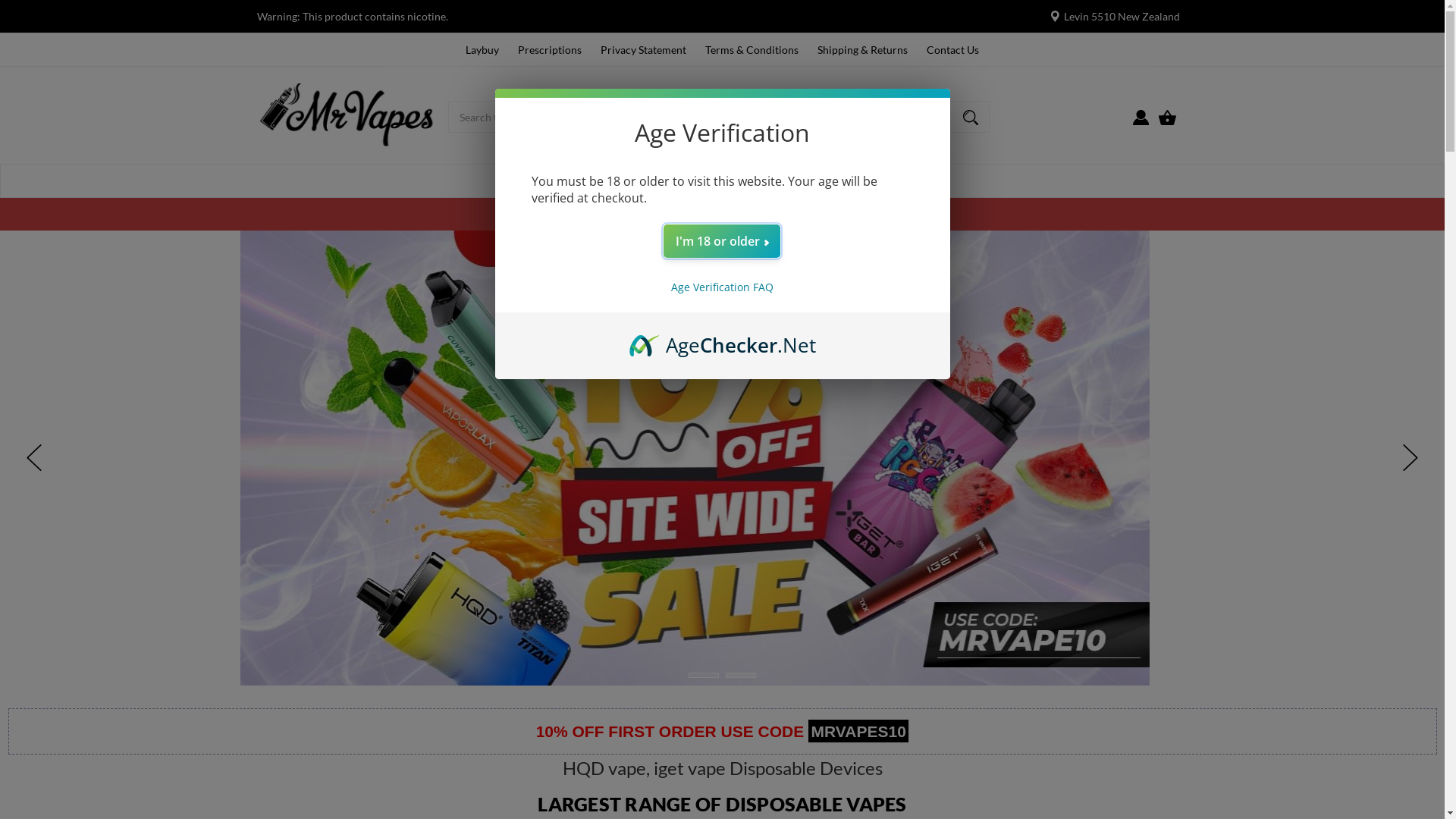  I want to click on 'hero-prev-arrow', so click(33, 457).